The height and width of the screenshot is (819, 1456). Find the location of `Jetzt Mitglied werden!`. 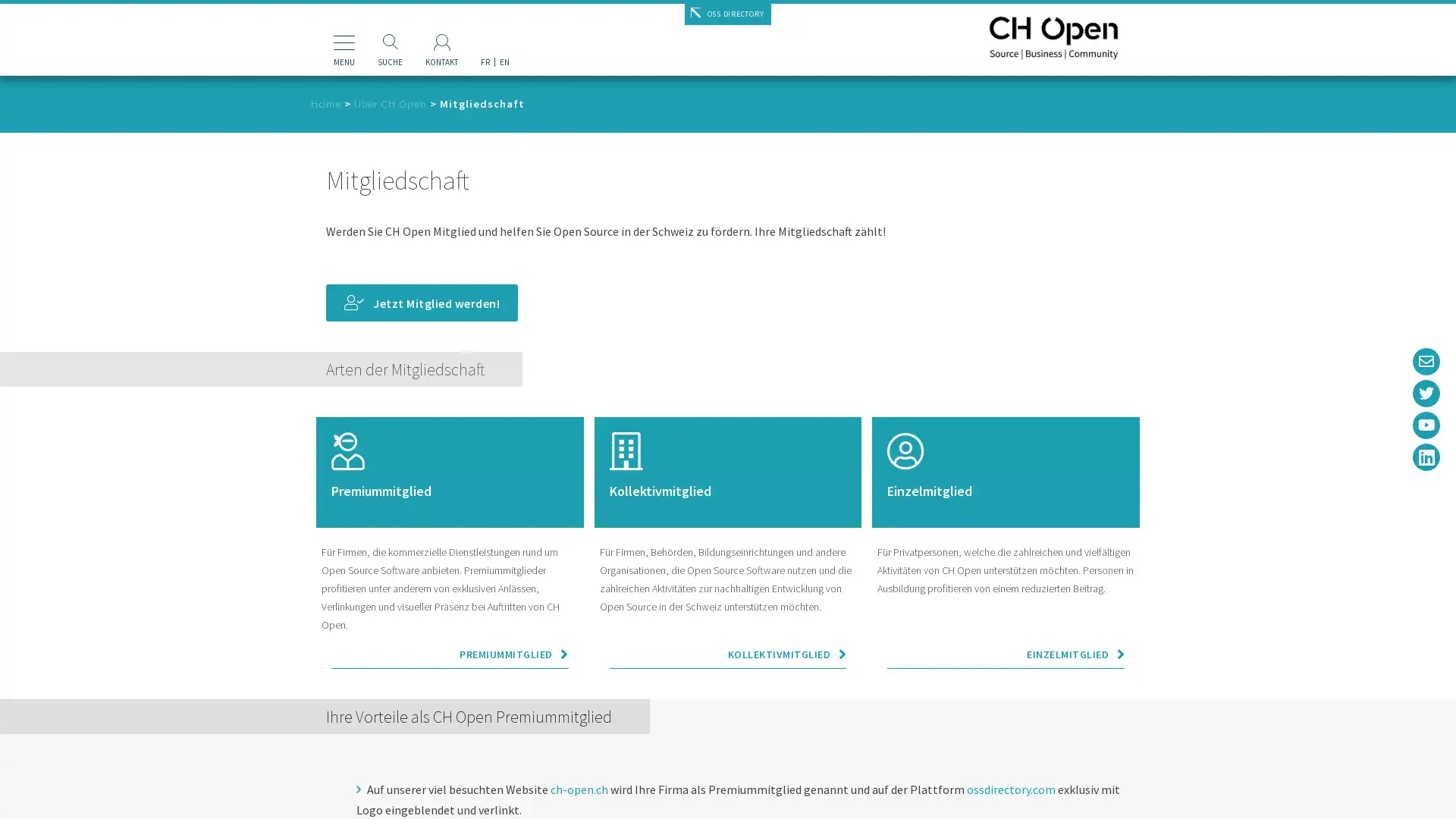

Jetzt Mitglied werden! is located at coordinates (422, 302).